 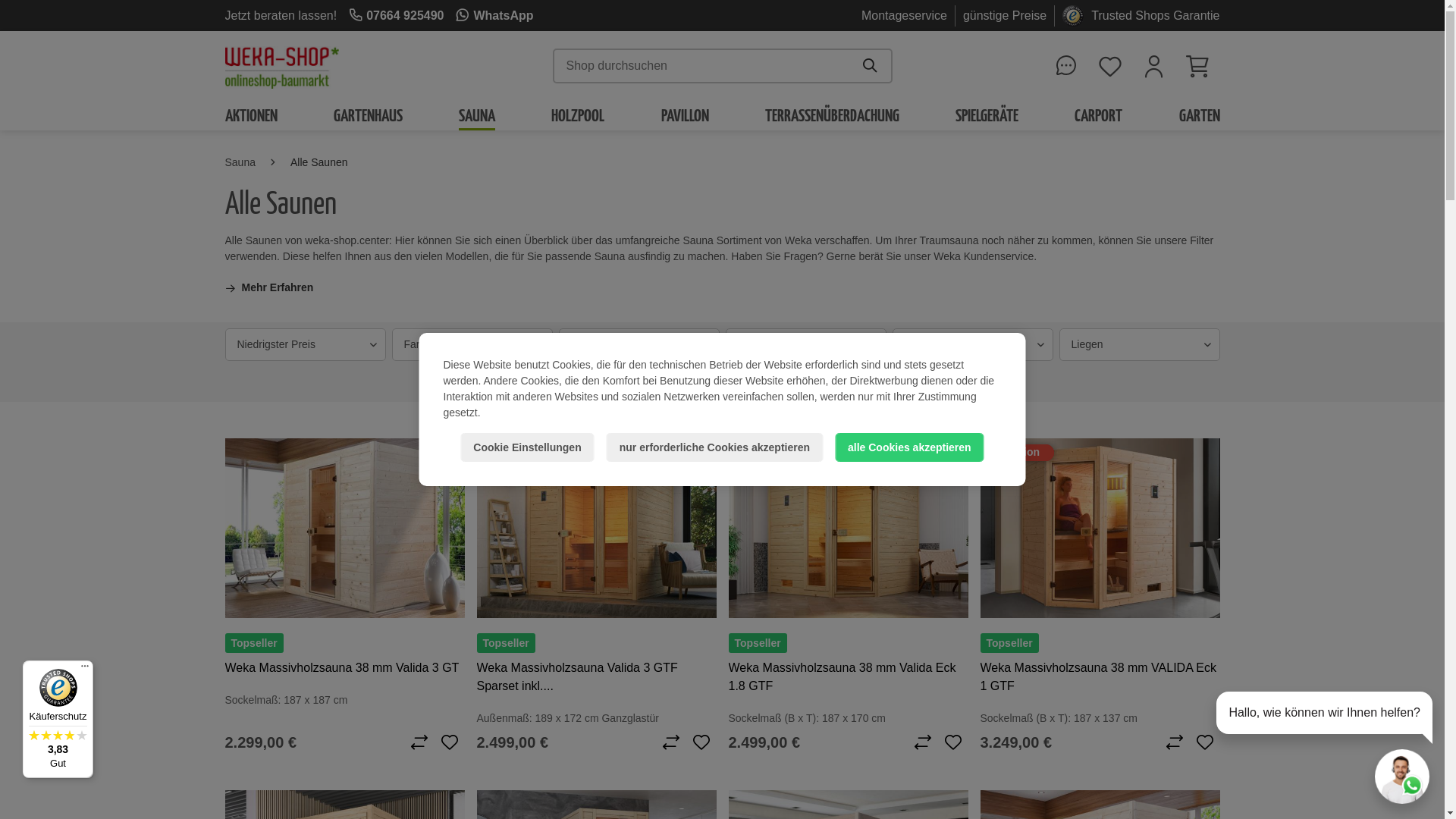 I want to click on 'WhatsApp', so click(x=494, y=14).